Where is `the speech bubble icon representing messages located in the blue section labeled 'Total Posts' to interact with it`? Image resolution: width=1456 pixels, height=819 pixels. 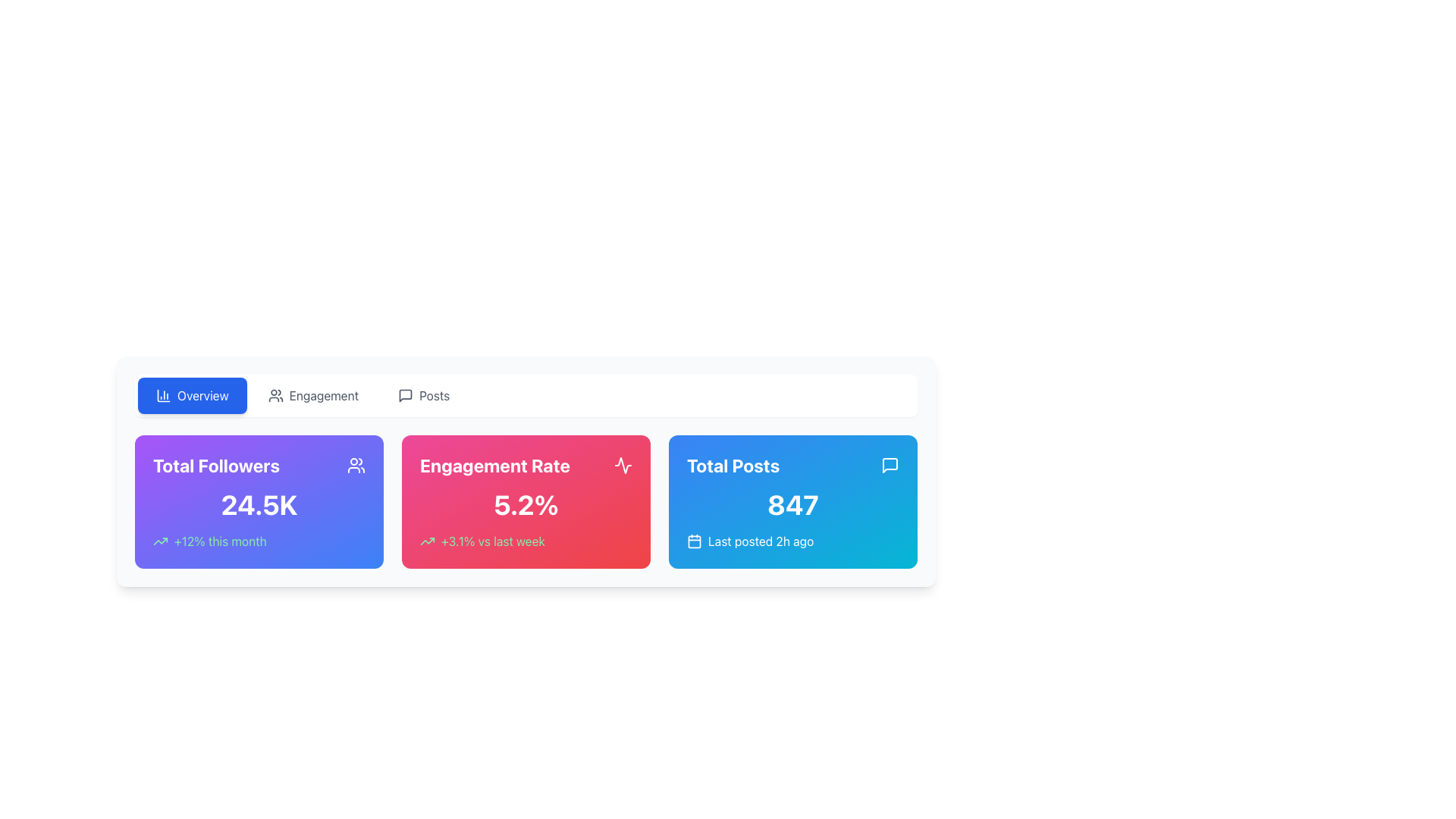 the speech bubble icon representing messages located in the blue section labeled 'Total Posts' to interact with it is located at coordinates (890, 464).